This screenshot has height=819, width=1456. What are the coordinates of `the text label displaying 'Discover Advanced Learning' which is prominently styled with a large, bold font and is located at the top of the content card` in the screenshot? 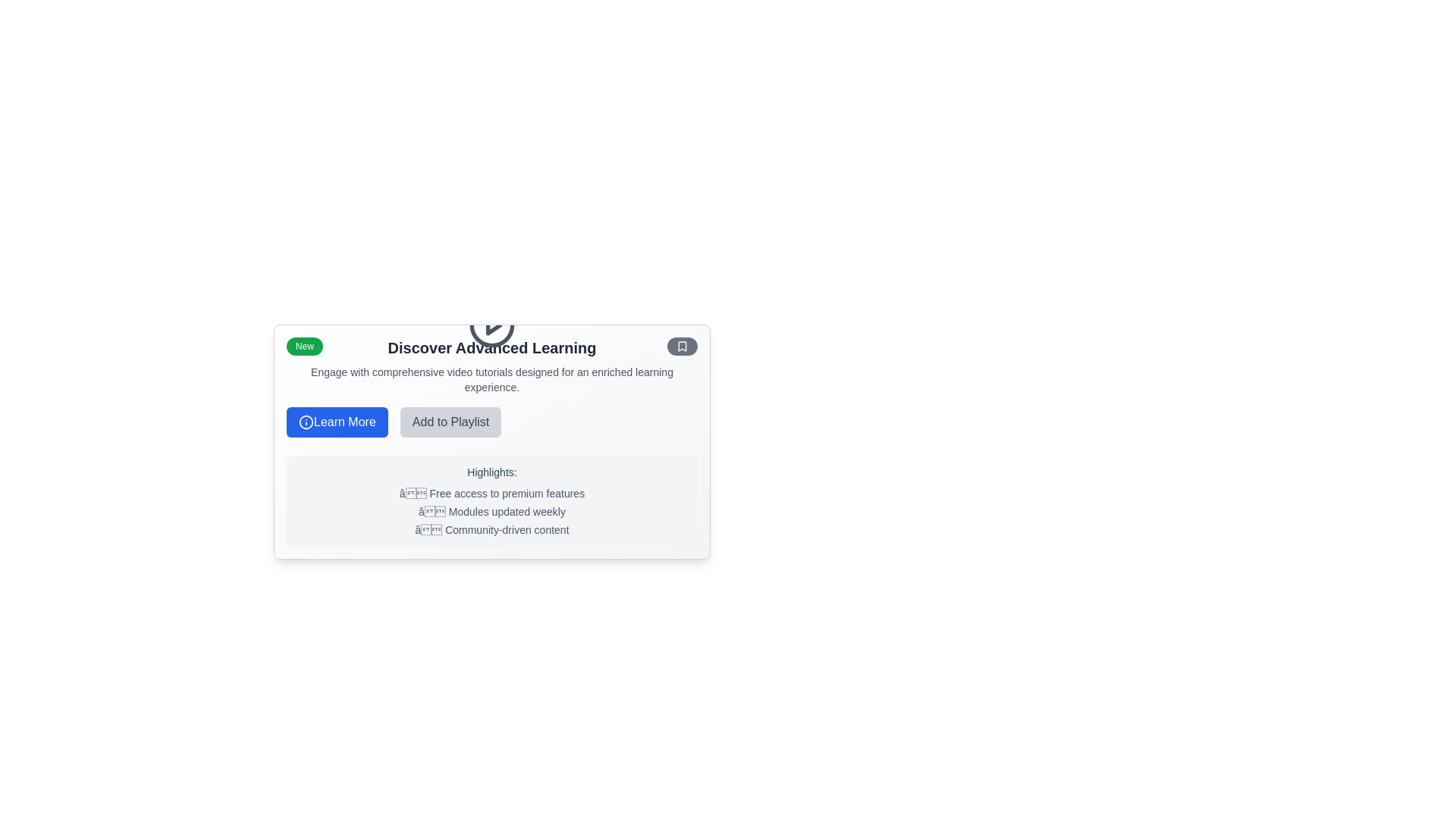 It's located at (491, 348).